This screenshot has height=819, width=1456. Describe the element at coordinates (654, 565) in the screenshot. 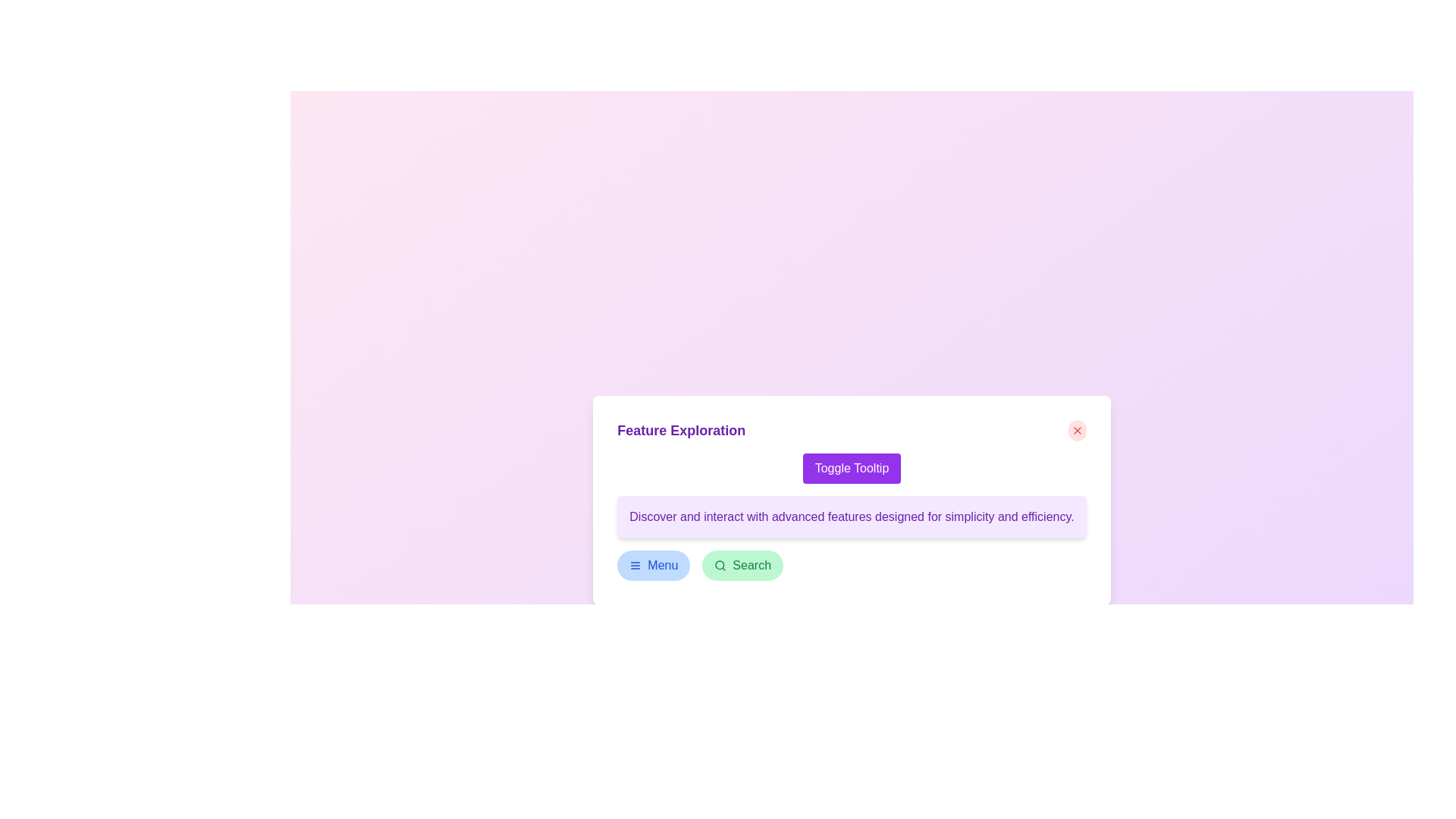

I see `the 'Menu' button with a light blue background and three horizontal lines icon` at that location.